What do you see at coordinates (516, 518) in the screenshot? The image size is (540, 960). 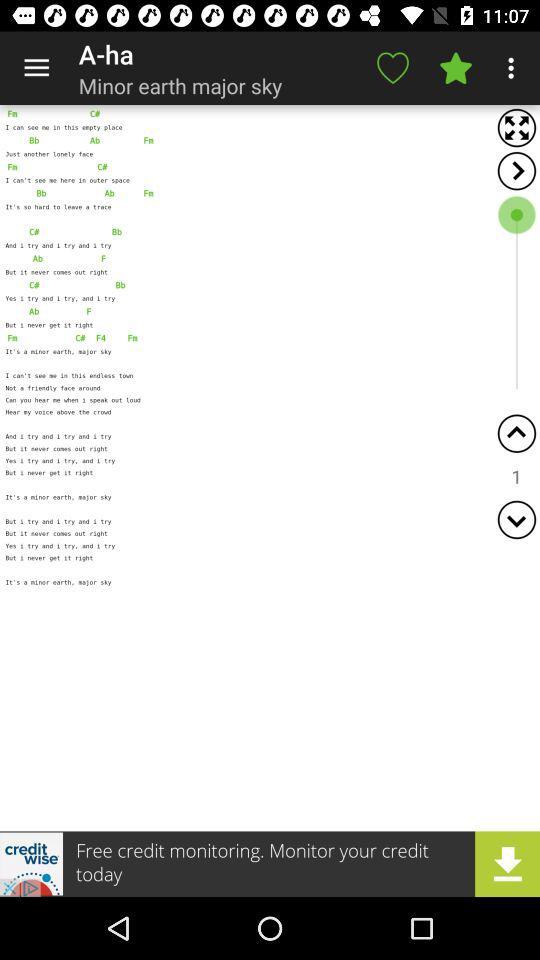 I see `the expand_more icon` at bounding box center [516, 518].